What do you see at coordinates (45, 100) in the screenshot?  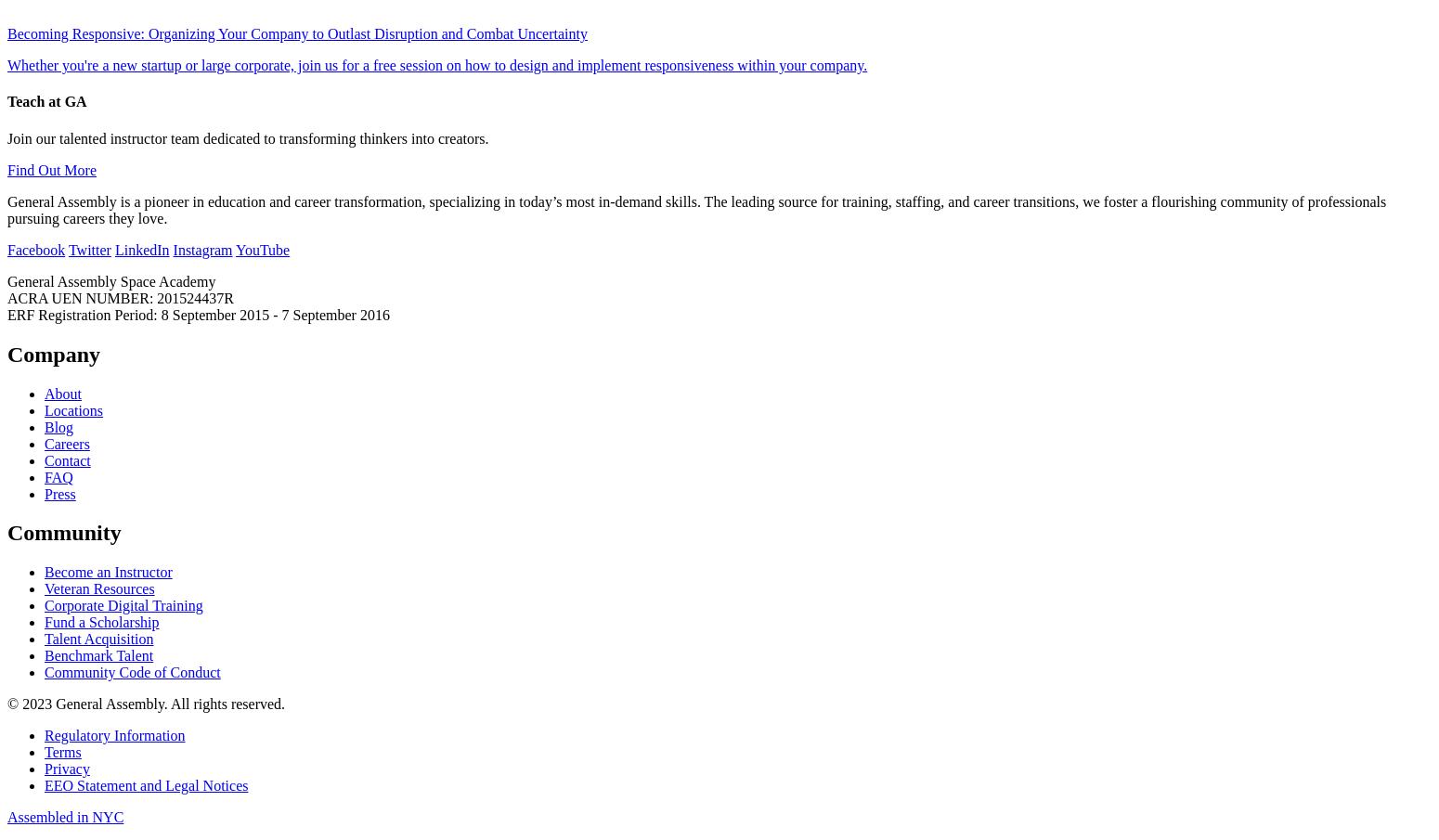 I see `'Teach at GA'` at bounding box center [45, 100].